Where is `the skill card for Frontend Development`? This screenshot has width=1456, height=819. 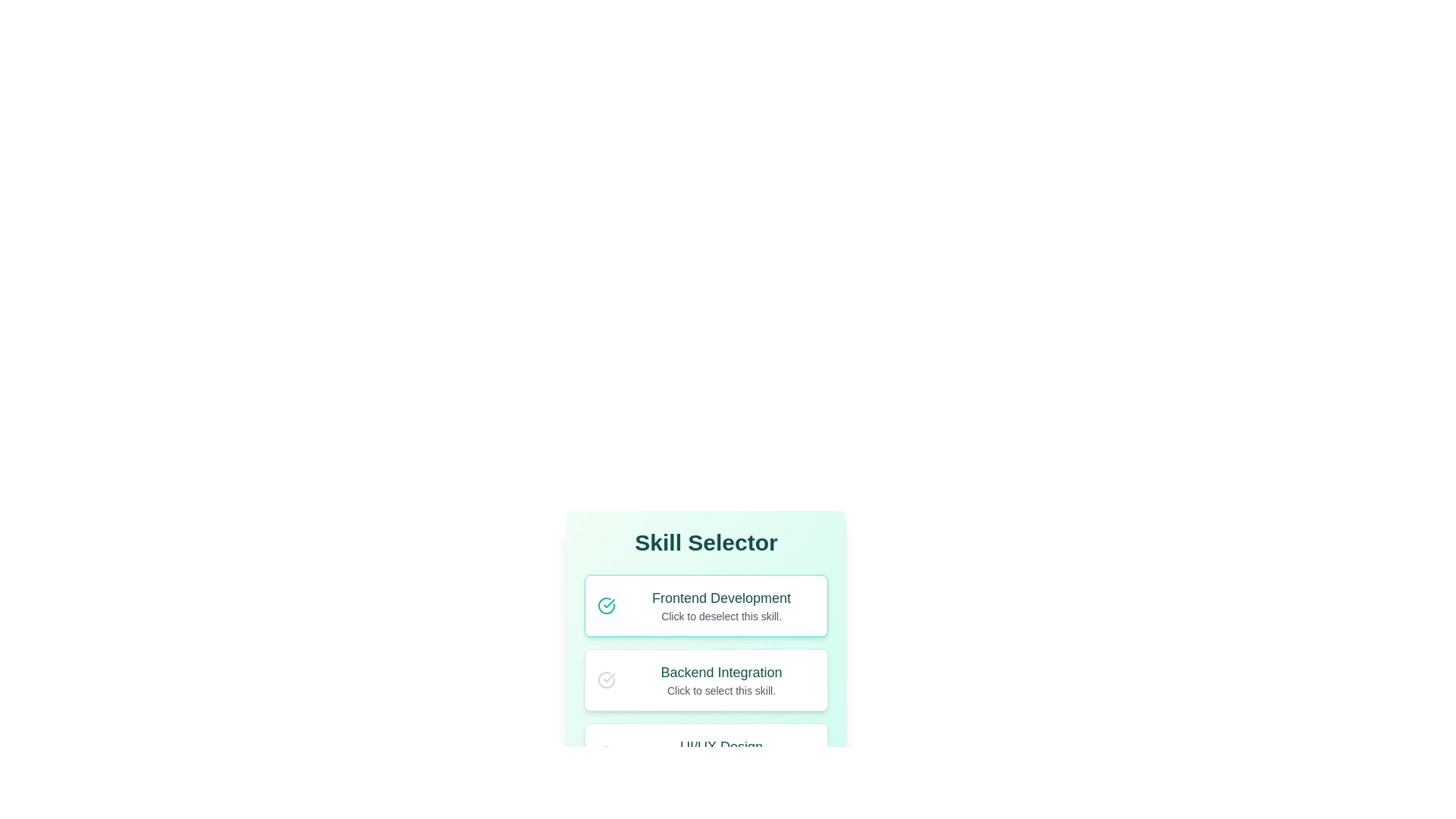
the skill card for Frontend Development is located at coordinates (705, 604).